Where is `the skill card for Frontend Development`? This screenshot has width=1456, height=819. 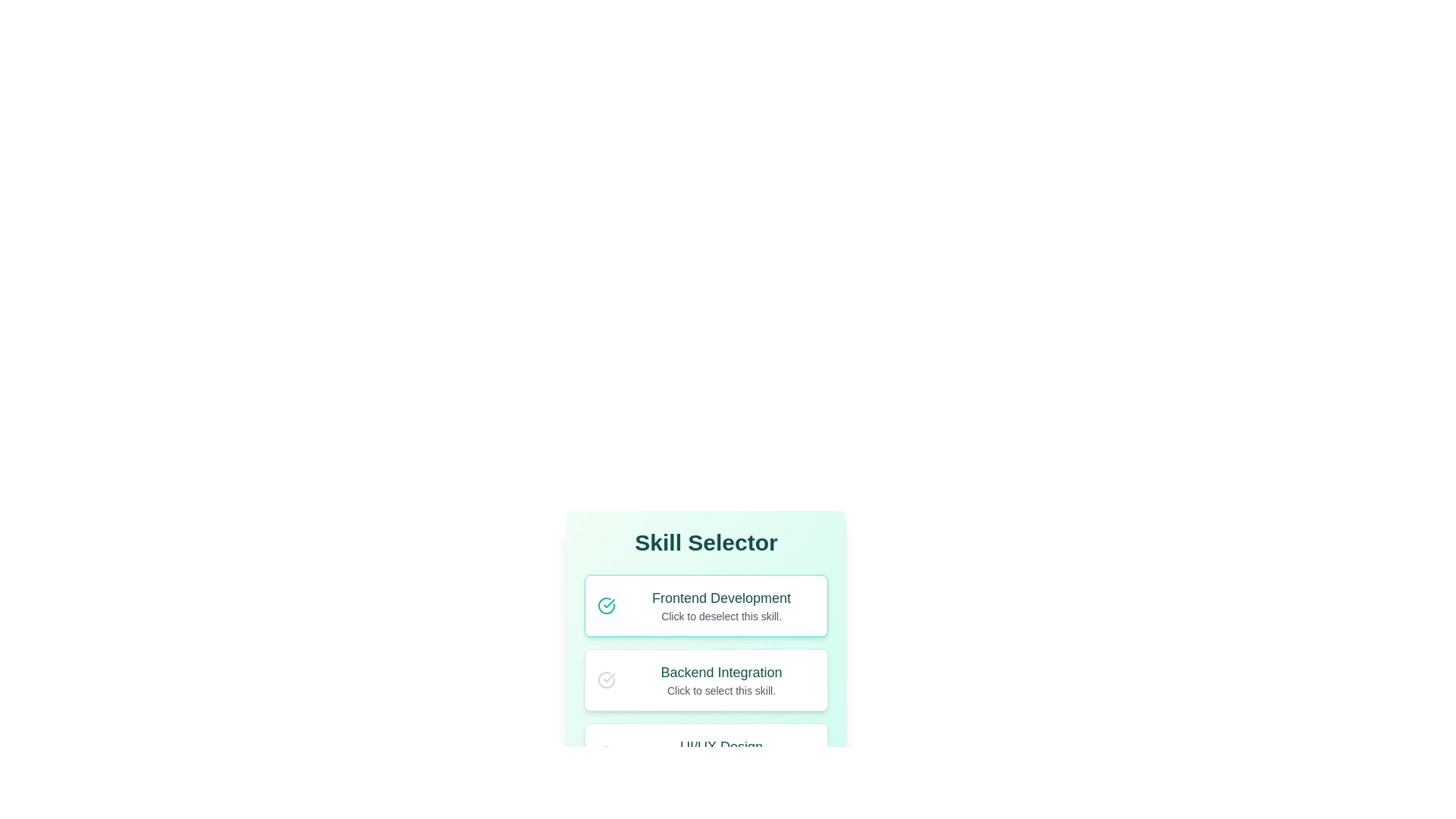
the skill card for Frontend Development is located at coordinates (705, 604).